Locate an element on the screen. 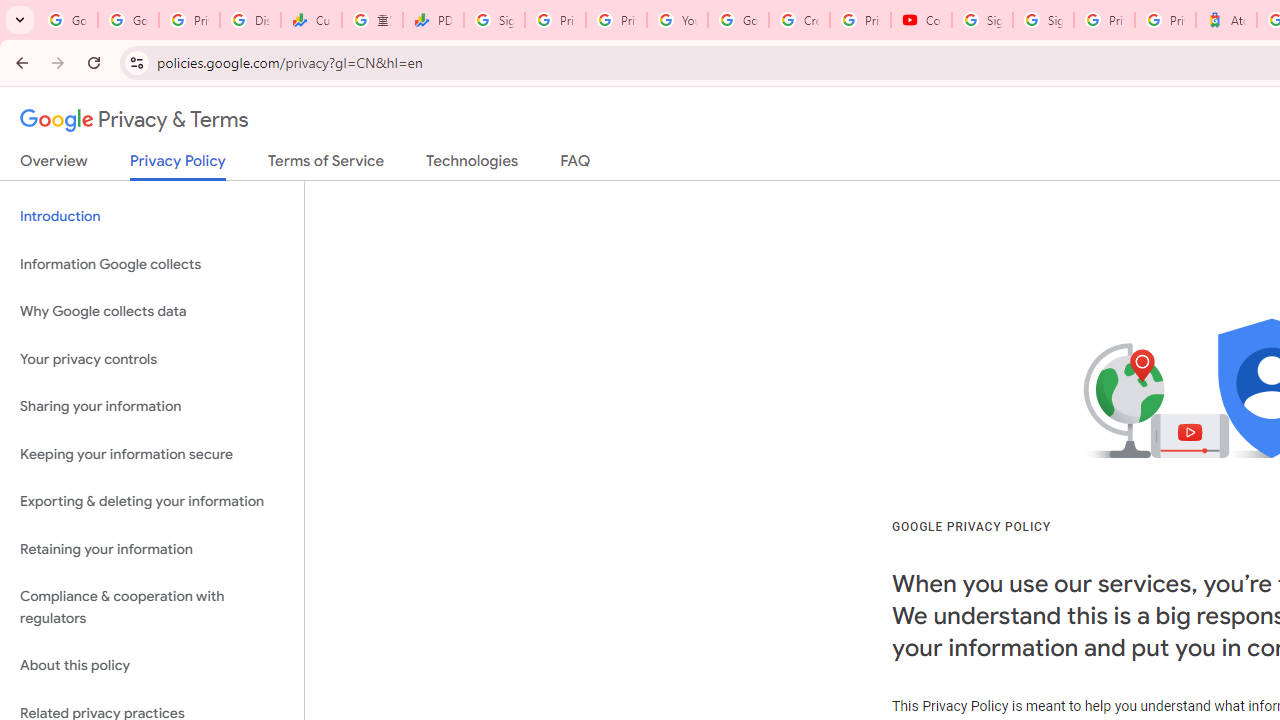  'Keeping your information secure' is located at coordinates (151, 454).